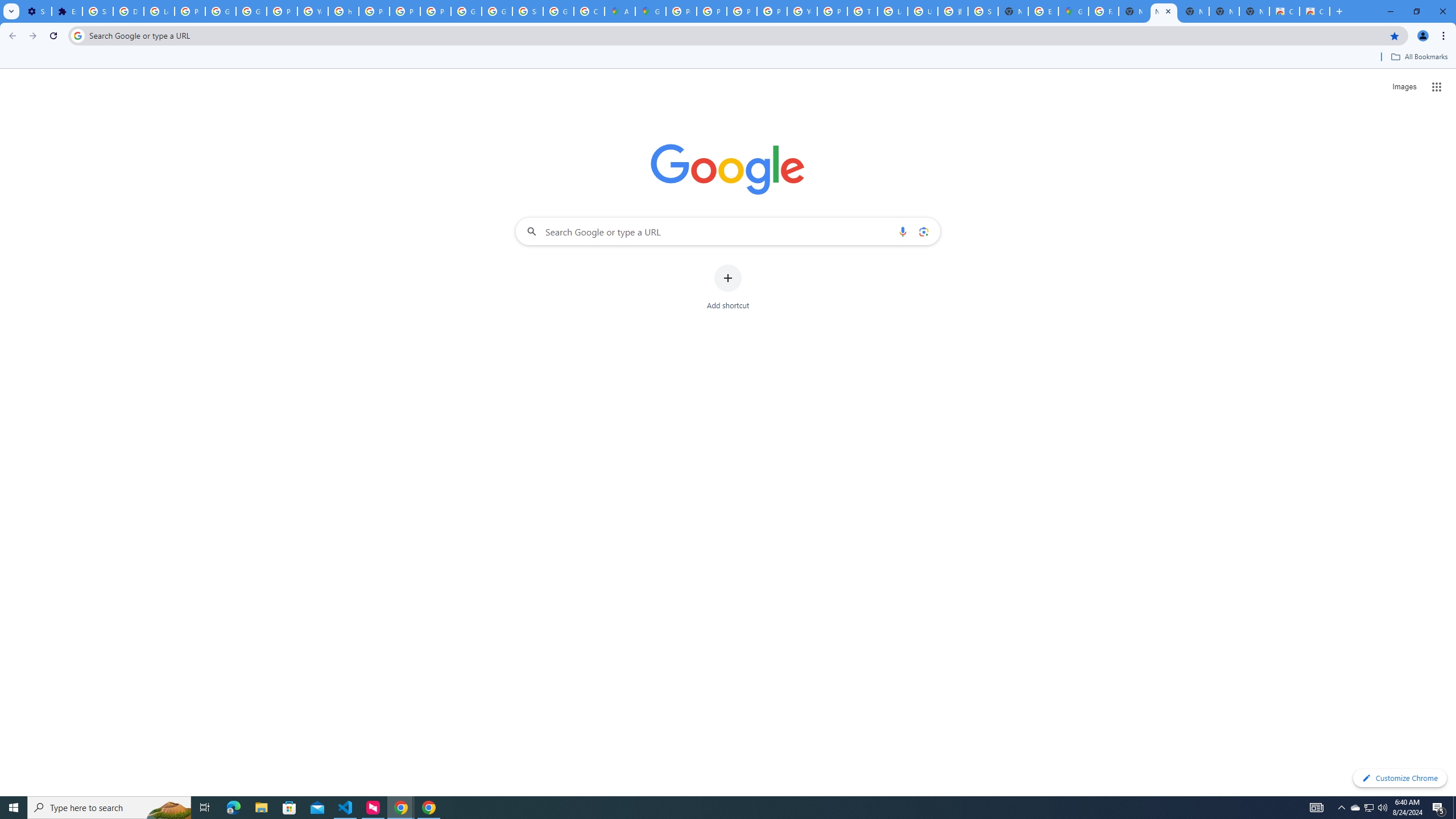  I want to click on 'Extensions', so click(67, 11).